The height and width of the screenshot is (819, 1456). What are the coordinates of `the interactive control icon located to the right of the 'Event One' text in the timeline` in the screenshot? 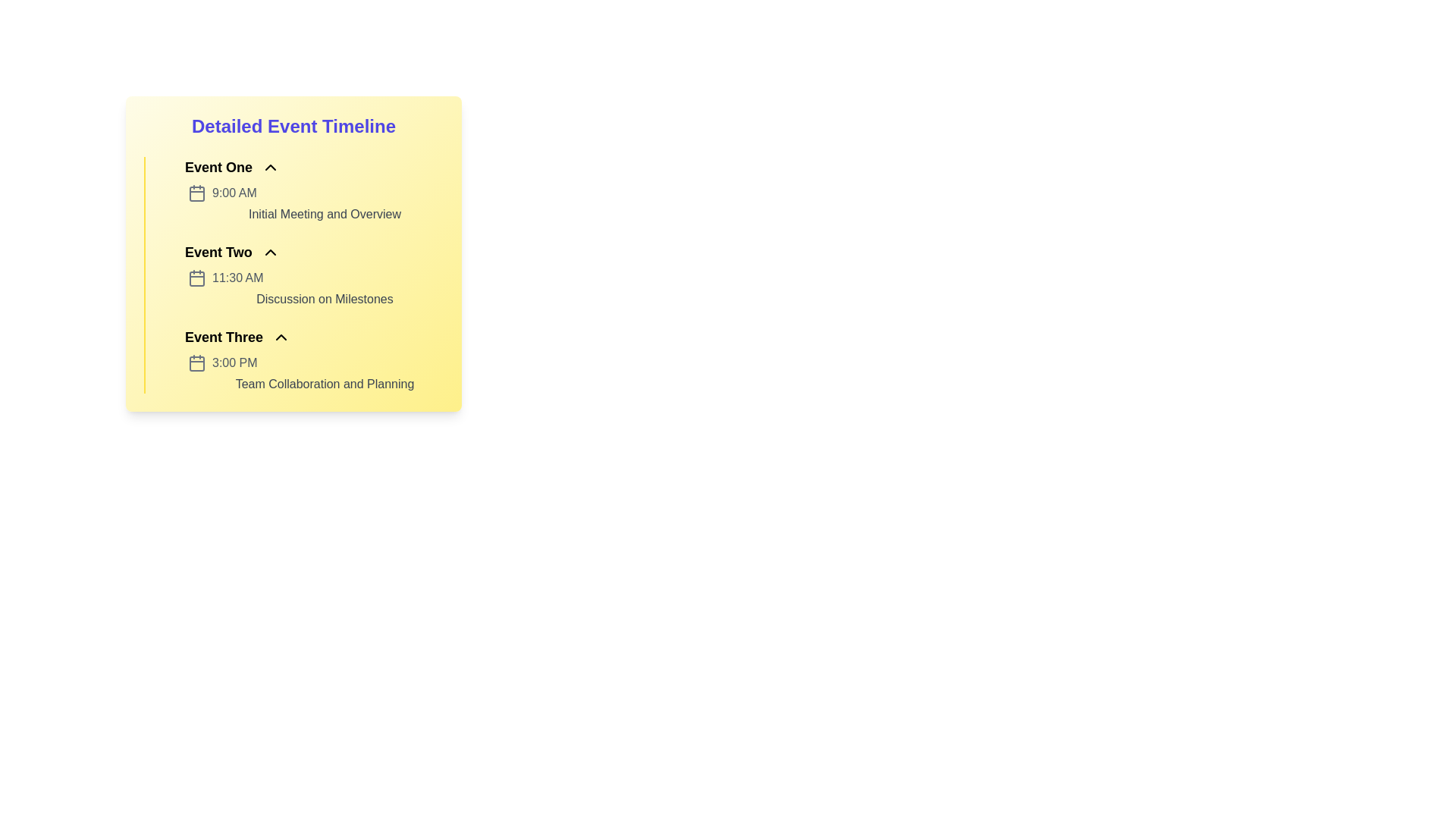 It's located at (271, 167).